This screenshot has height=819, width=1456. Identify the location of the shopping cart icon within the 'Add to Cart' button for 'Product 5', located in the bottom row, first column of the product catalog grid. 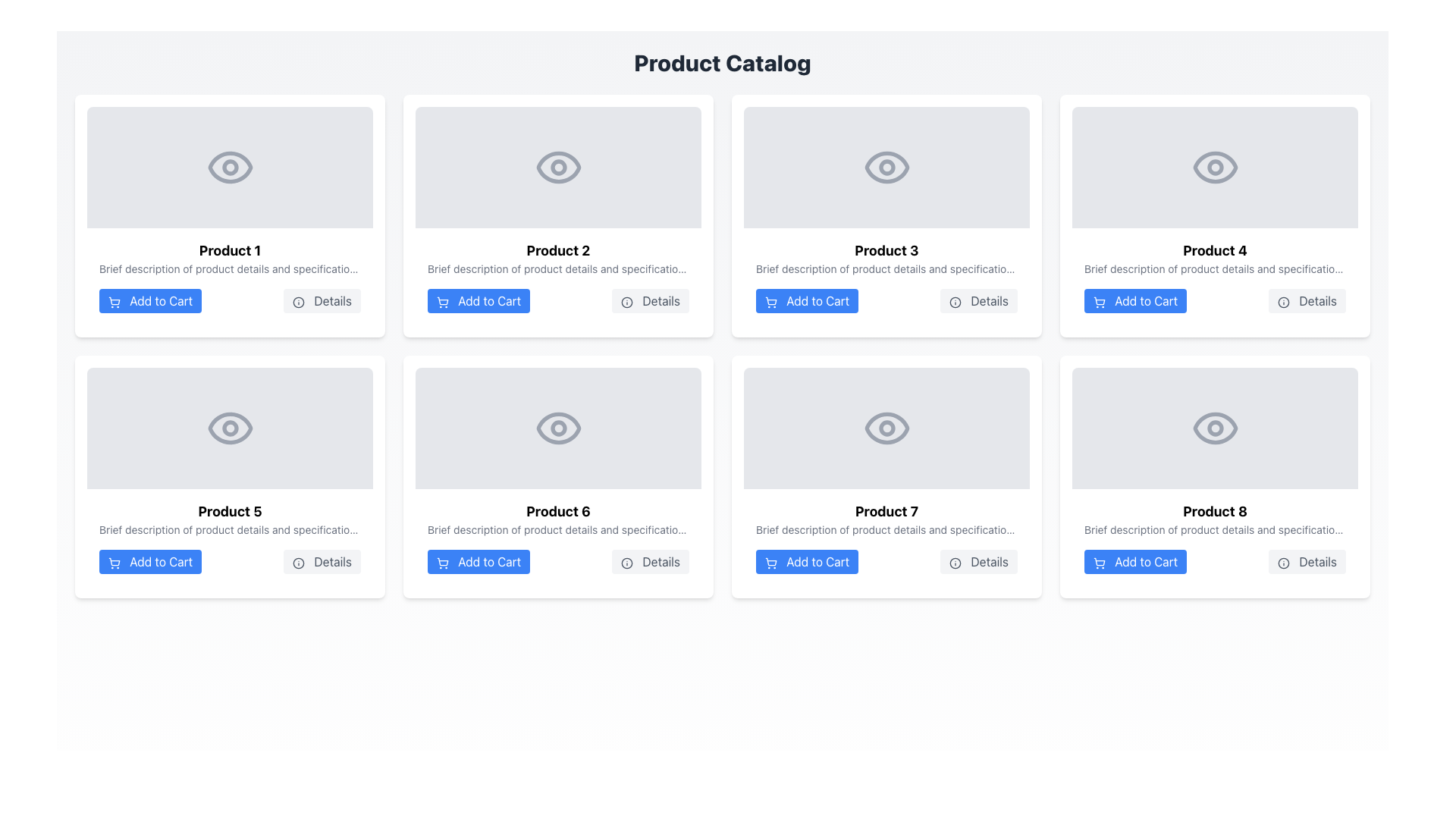
(113, 562).